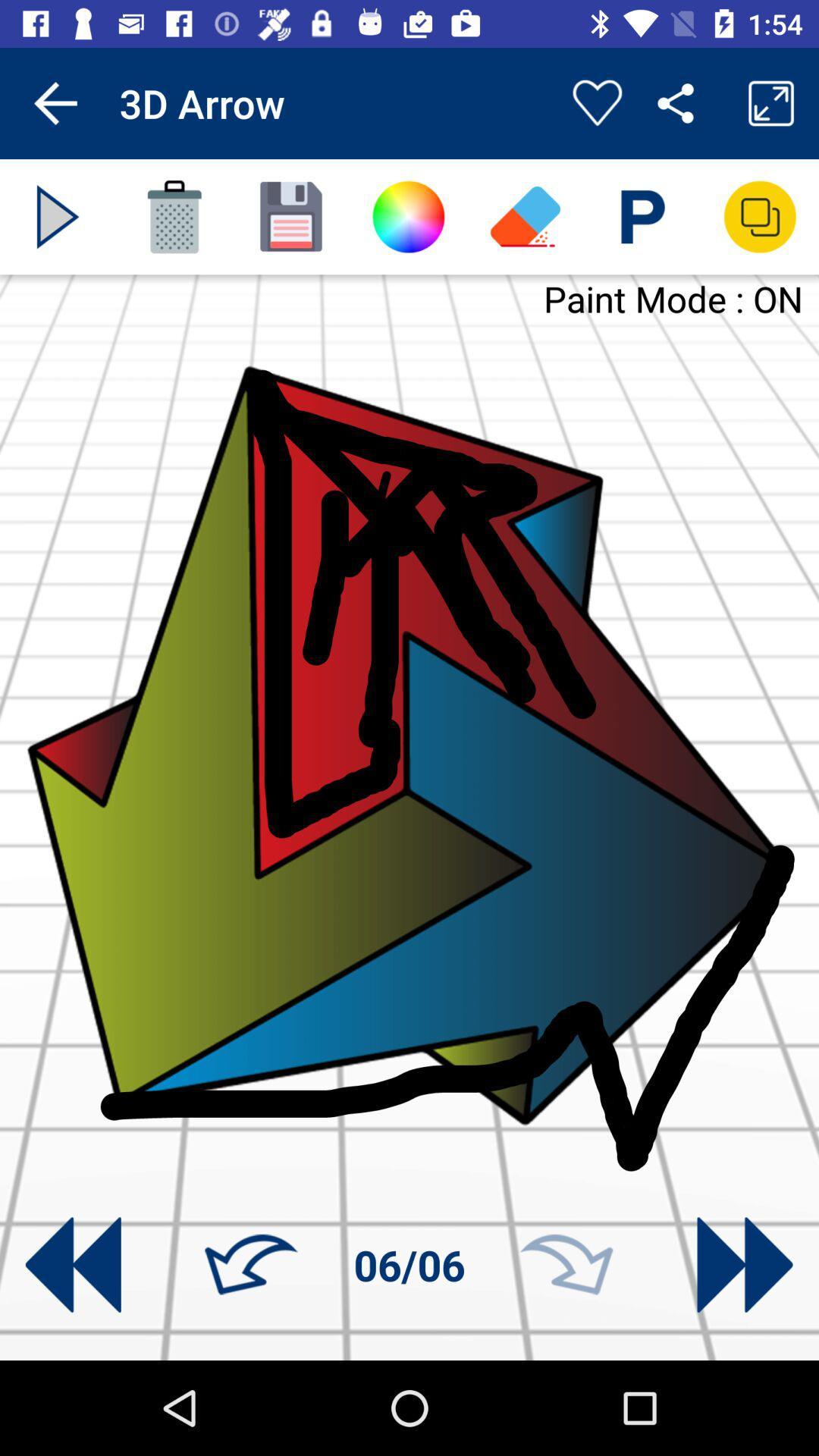  I want to click on the font icon, so click(174, 105).